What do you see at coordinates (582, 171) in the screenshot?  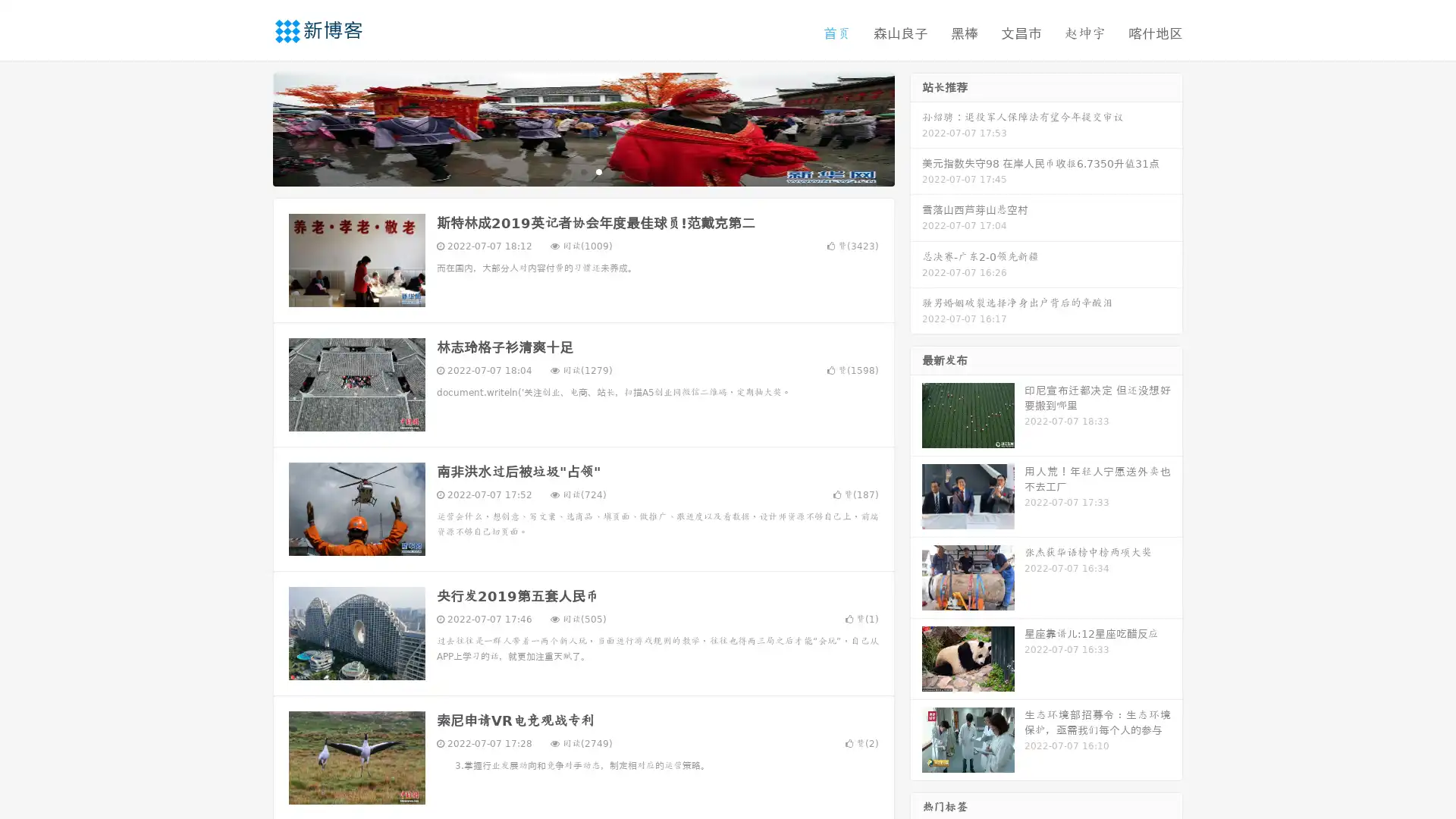 I see `Go to slide 2` at bounding box center [582, 171].